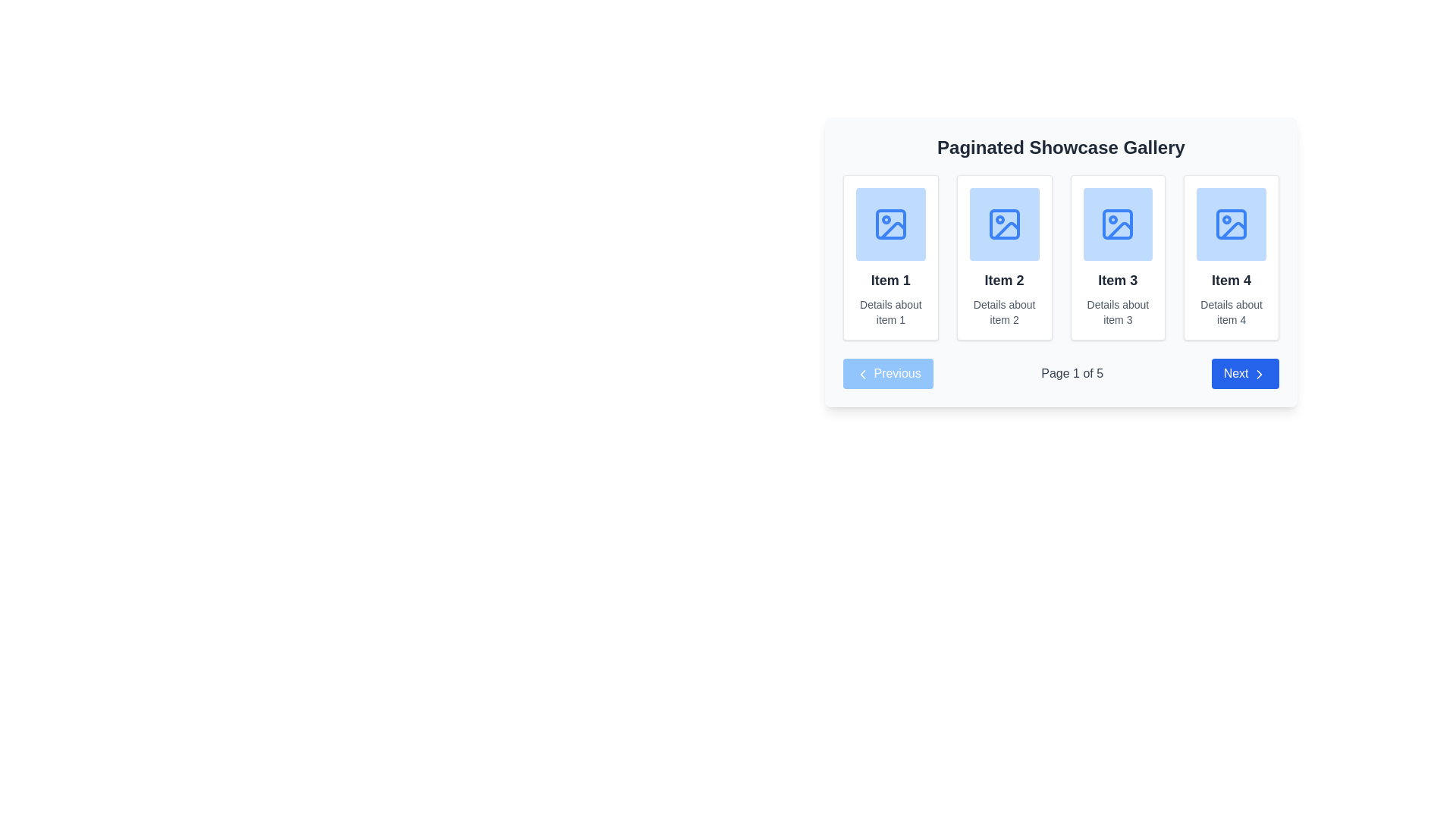  Describe the element at coordinates (890, 281) in the screenshot. I see `properties of the title text element located horizontally centered within the first card in a grid, which is positioned below an image icon and above descriptive text, to determine if it is static` at that location.